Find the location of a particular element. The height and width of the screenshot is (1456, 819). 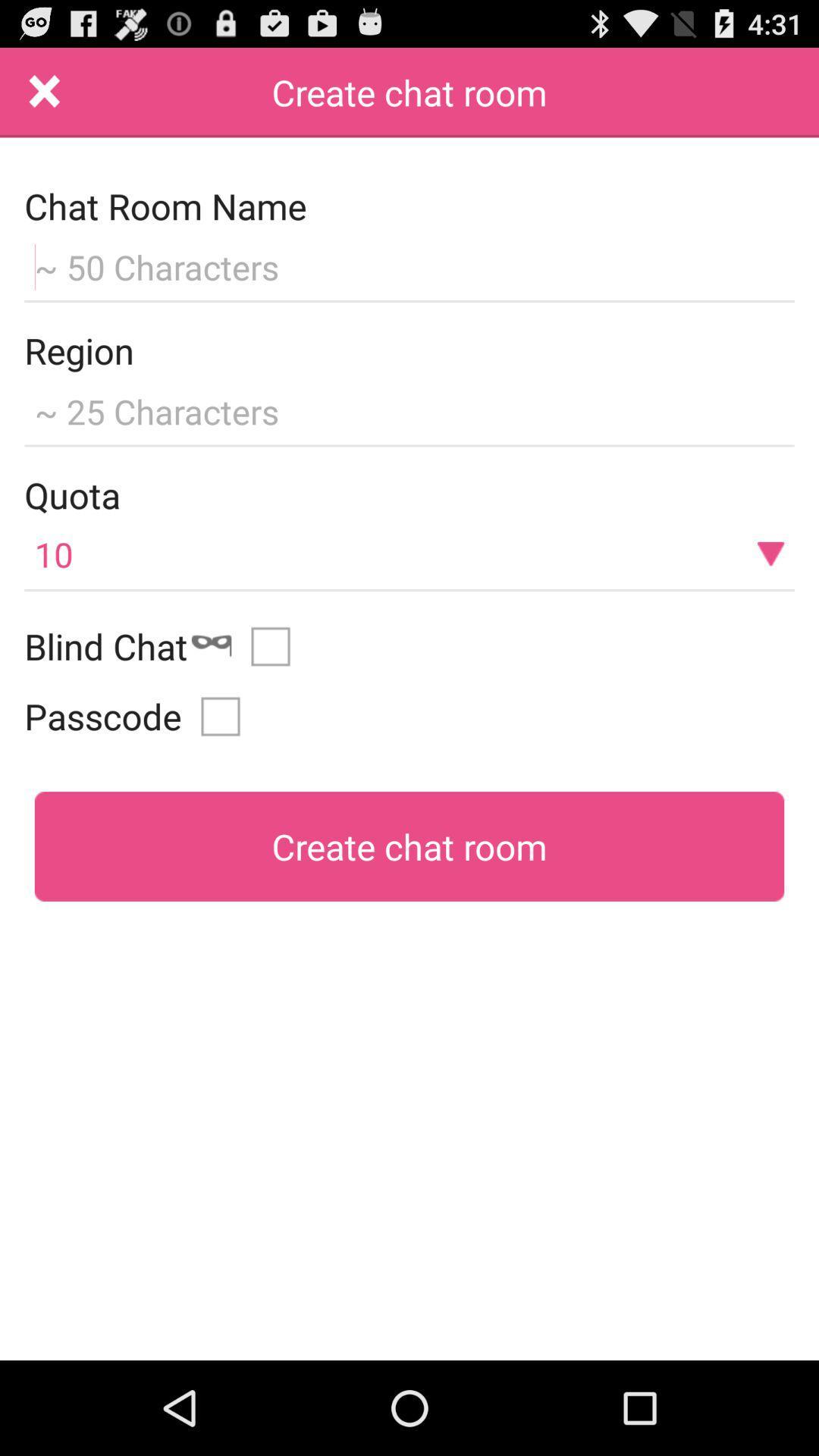

10 is located at coordinates (409, 553).